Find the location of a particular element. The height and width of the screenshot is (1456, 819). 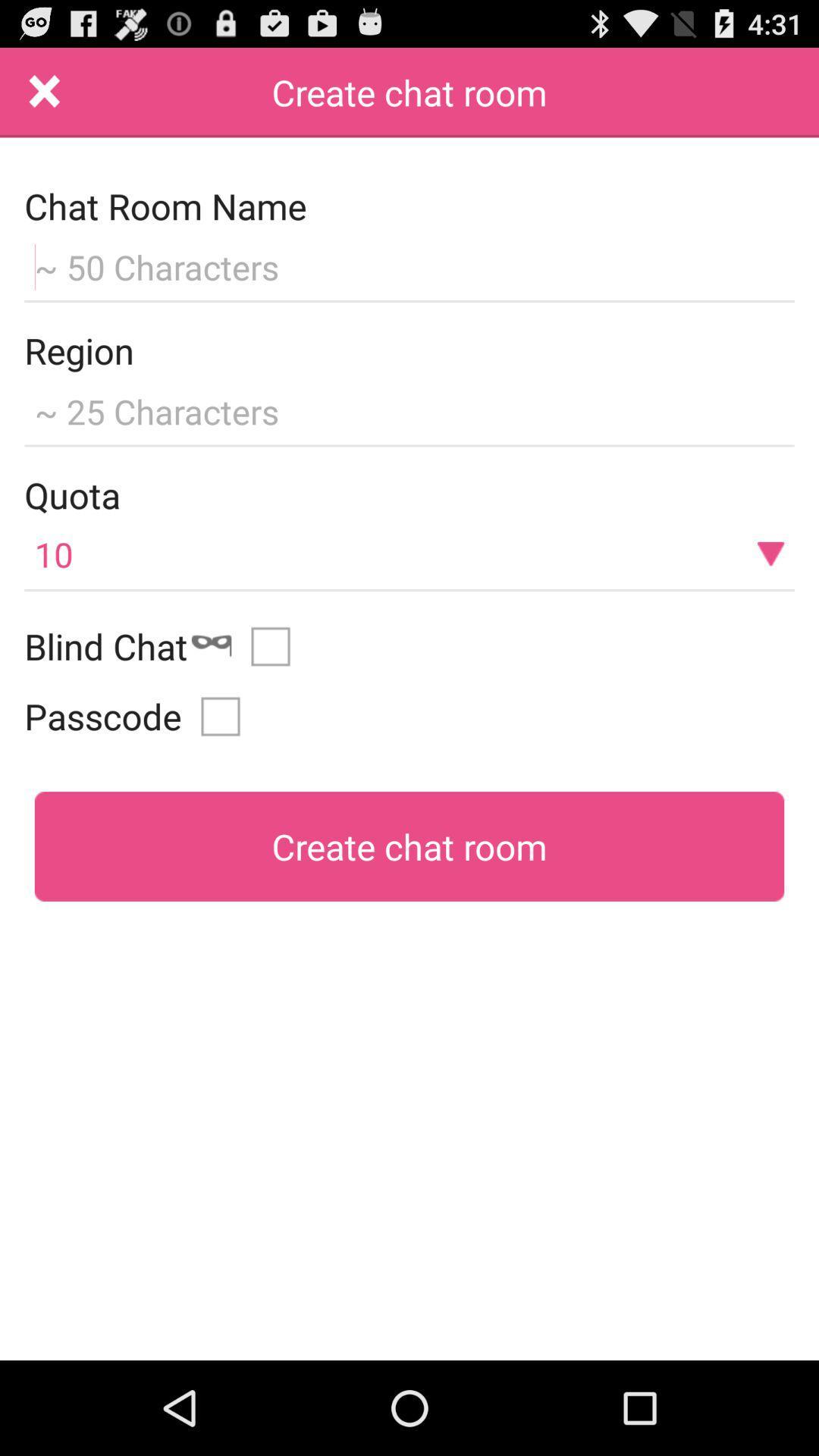

10 is located at coordinates (409, 553).